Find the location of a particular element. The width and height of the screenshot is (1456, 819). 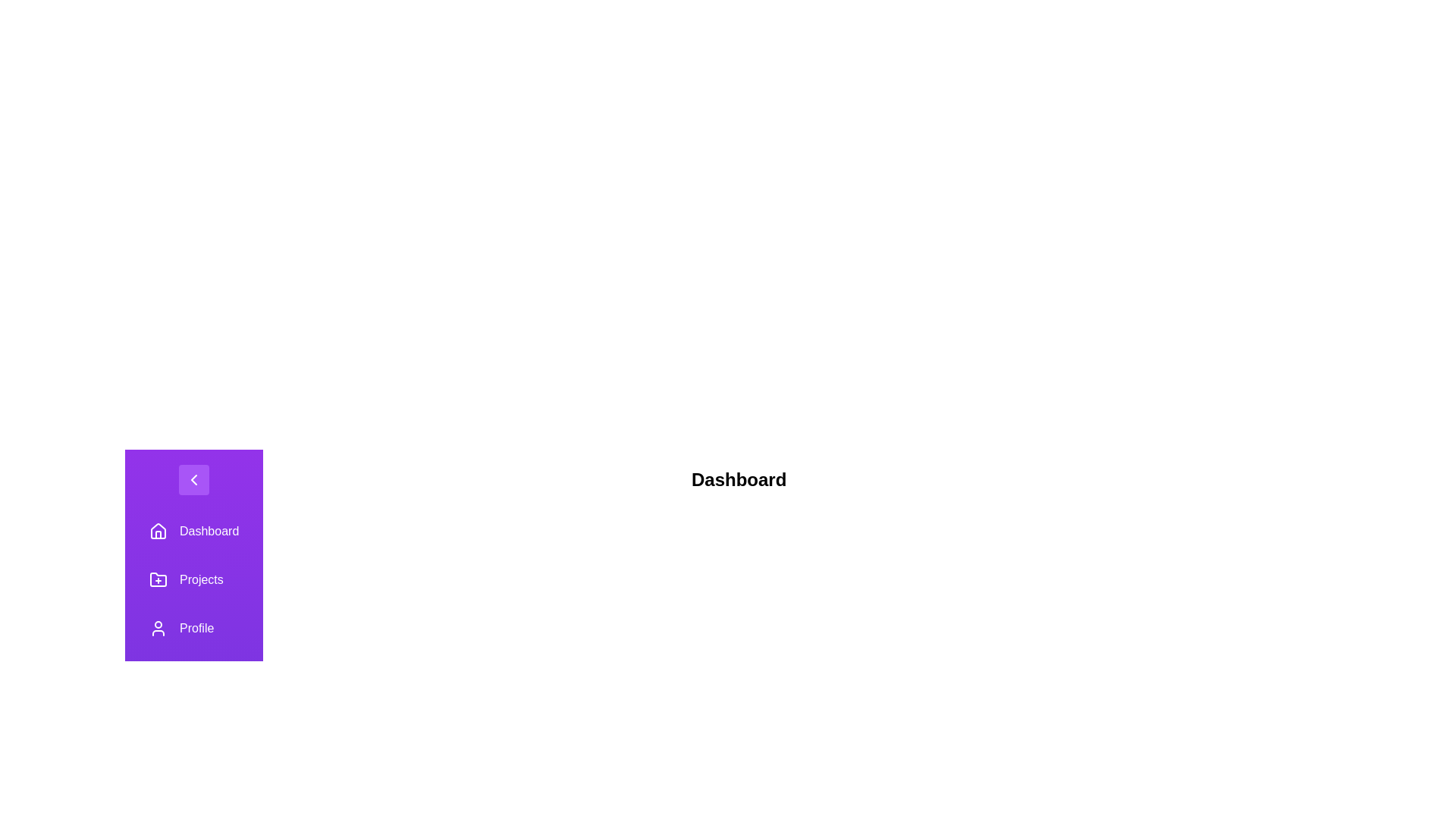

the first menu item in the vertical sidebar is located at coordinates (193, 531).